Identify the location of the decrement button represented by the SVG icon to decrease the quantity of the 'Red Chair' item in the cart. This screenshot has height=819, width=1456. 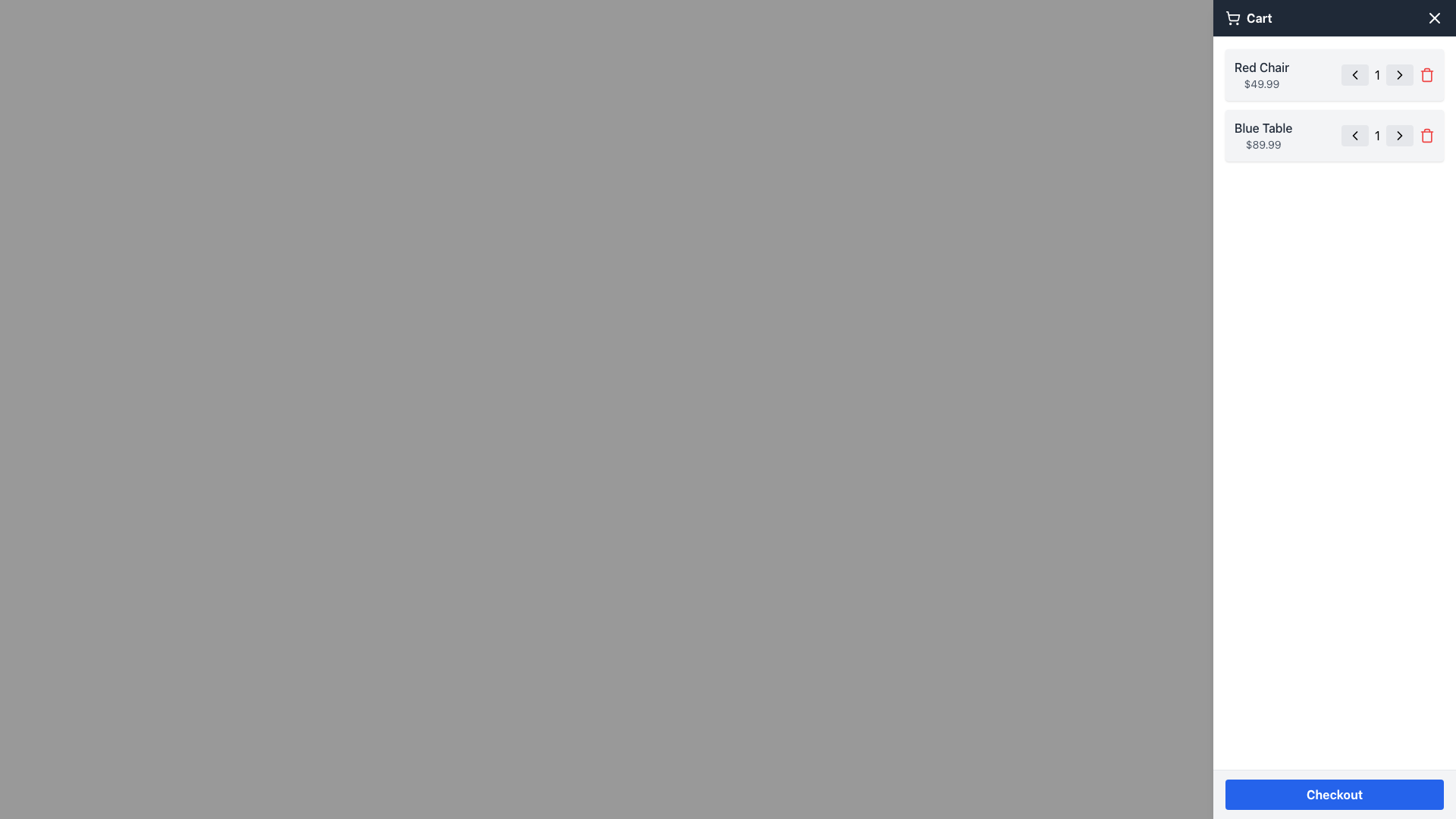
(1354, 75).